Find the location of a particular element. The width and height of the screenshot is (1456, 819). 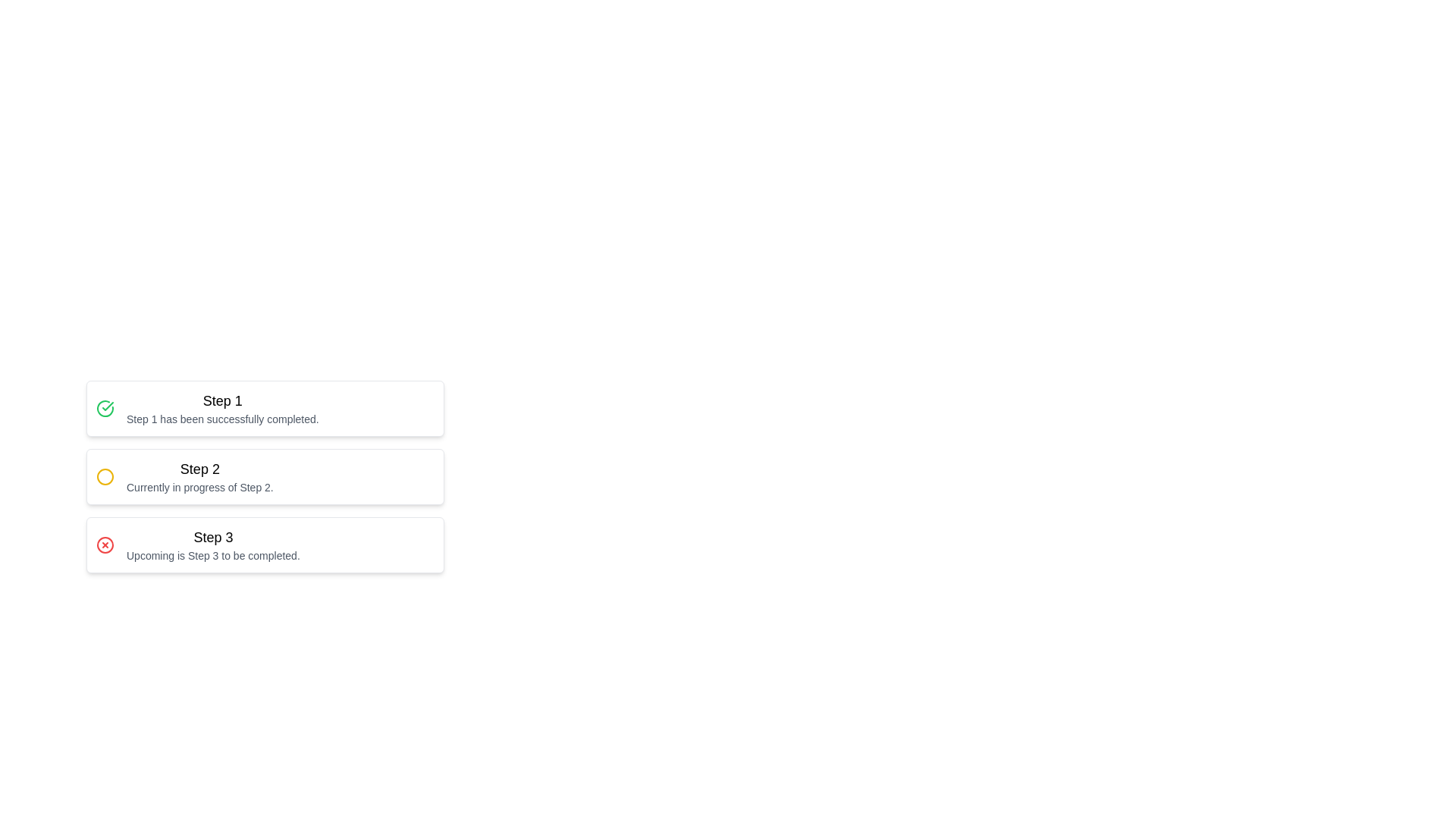

the green circle icon with a white checkmark, positioned to the left of the text 'Step 1 has been successfully completed', by moving the cursor to its center coordinates is located at coordinates (105, 408).